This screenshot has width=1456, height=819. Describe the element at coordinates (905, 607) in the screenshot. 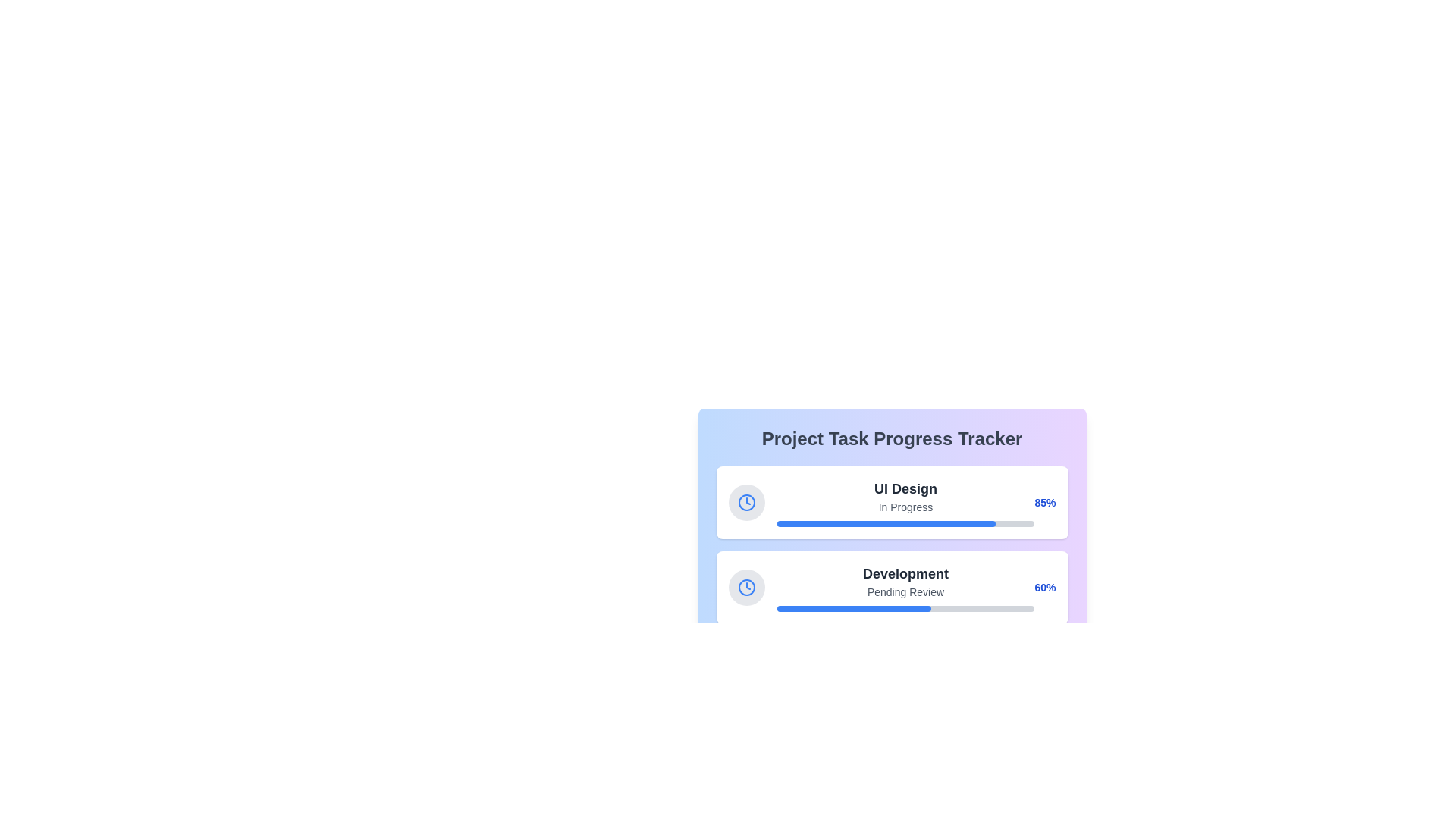

I see `the Progress bar representing the 'Development' task` at that location.